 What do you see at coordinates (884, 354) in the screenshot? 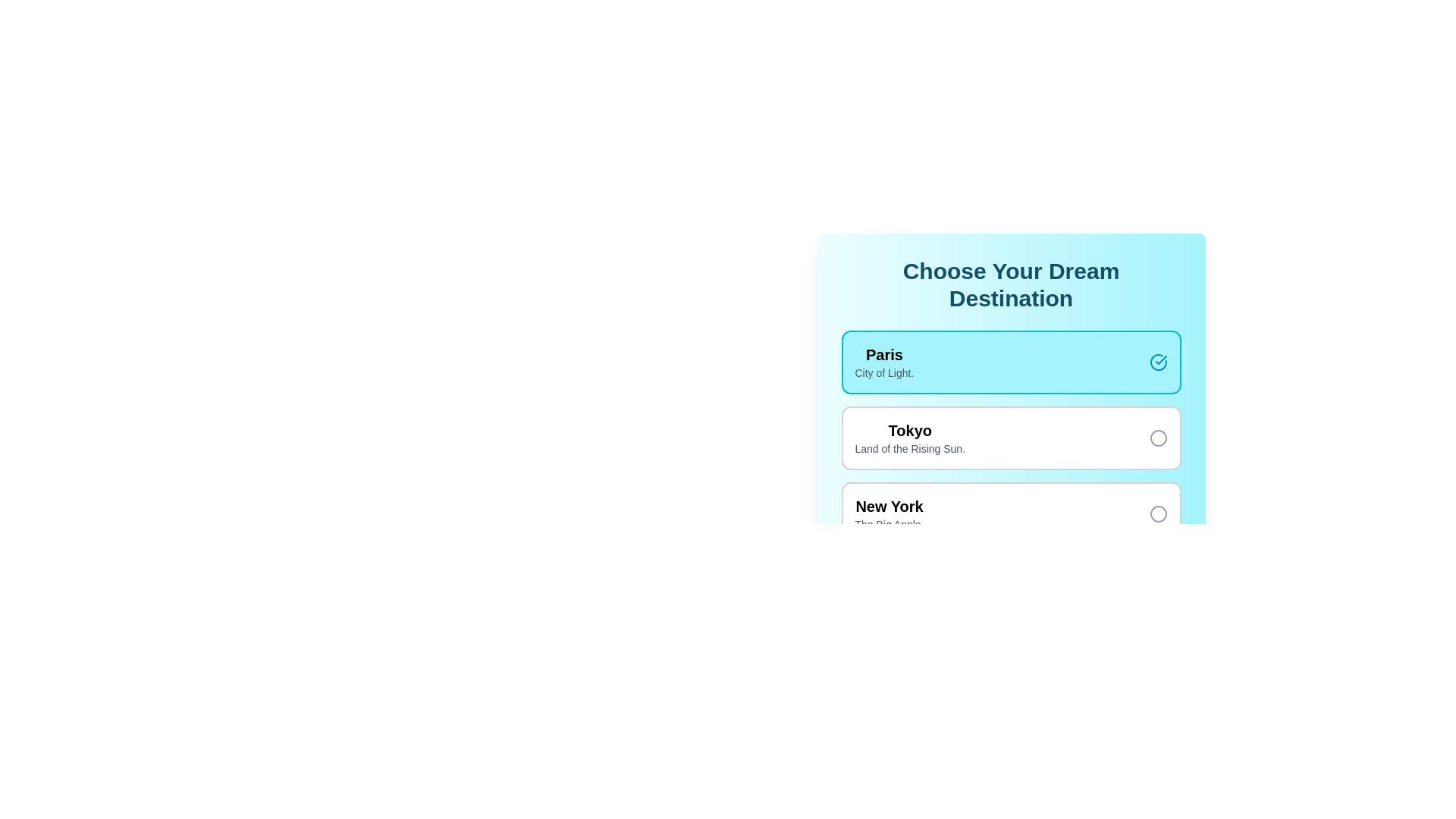
I see `the text label representing 'Paris' within the list of selectable options for navigation in the travel-themed interface` at bounding box center [884, 354].